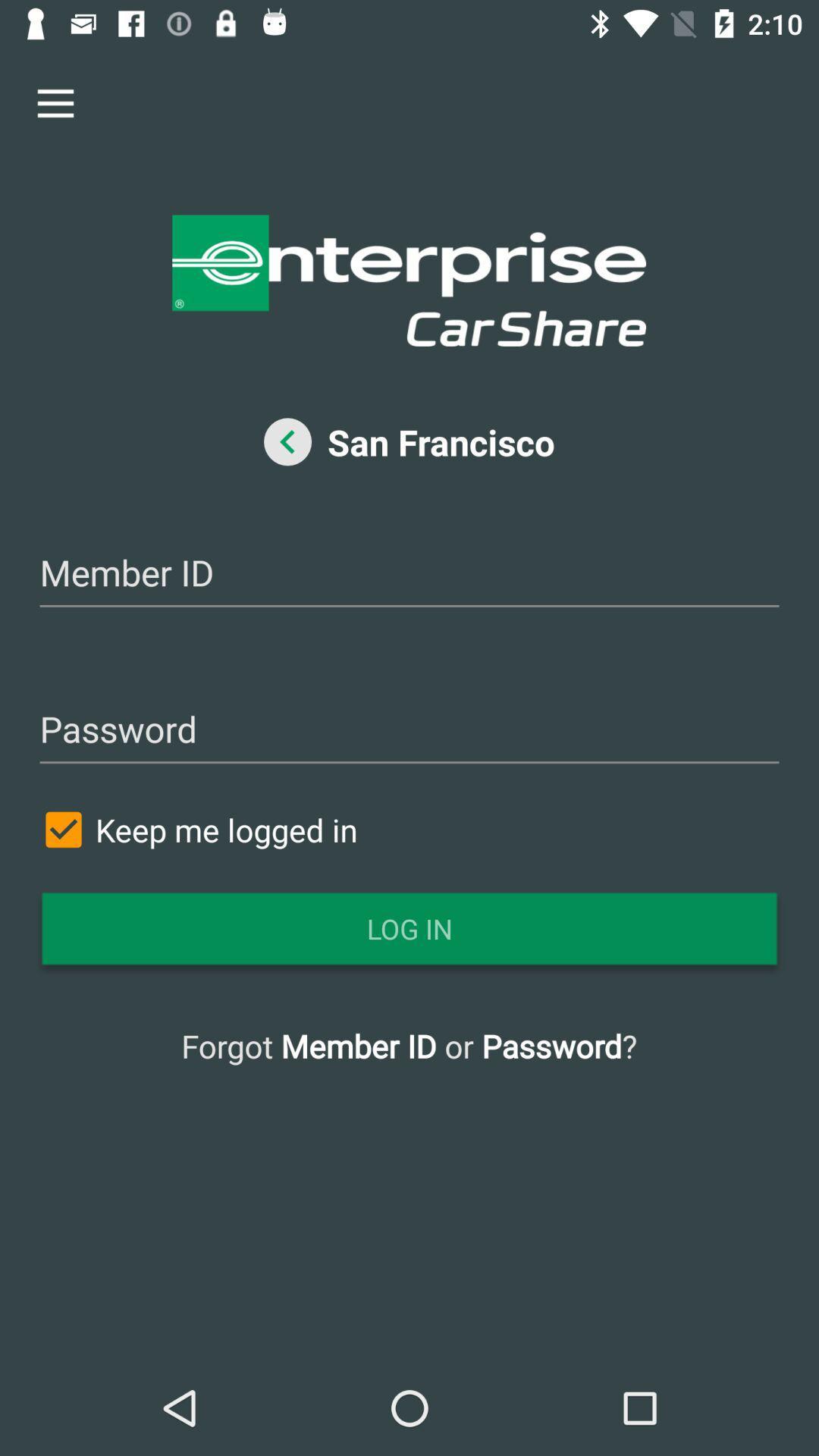 This screenshot has height=1456, width=819. I want to click on id textbox, so click(409, 574).